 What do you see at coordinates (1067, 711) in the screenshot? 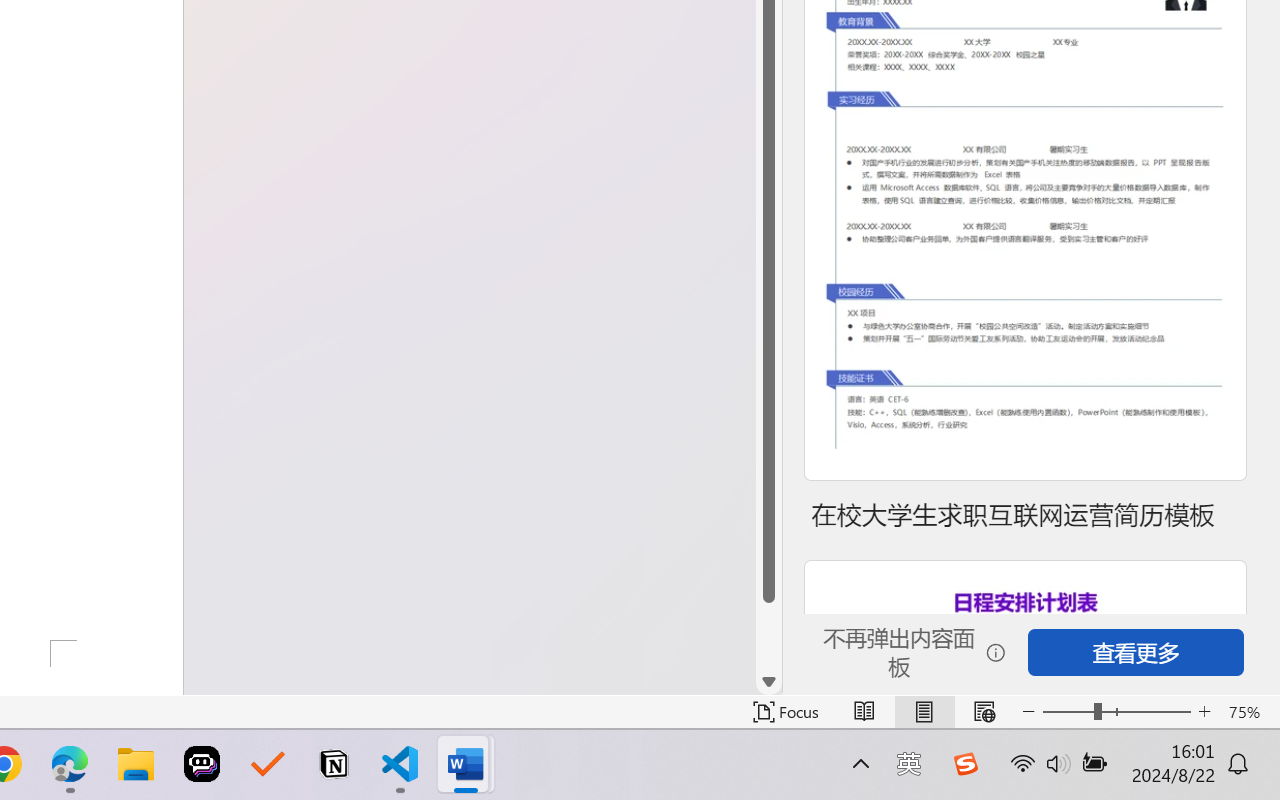
I see `'Zoom Out'` at bounding box center [1067, 711].